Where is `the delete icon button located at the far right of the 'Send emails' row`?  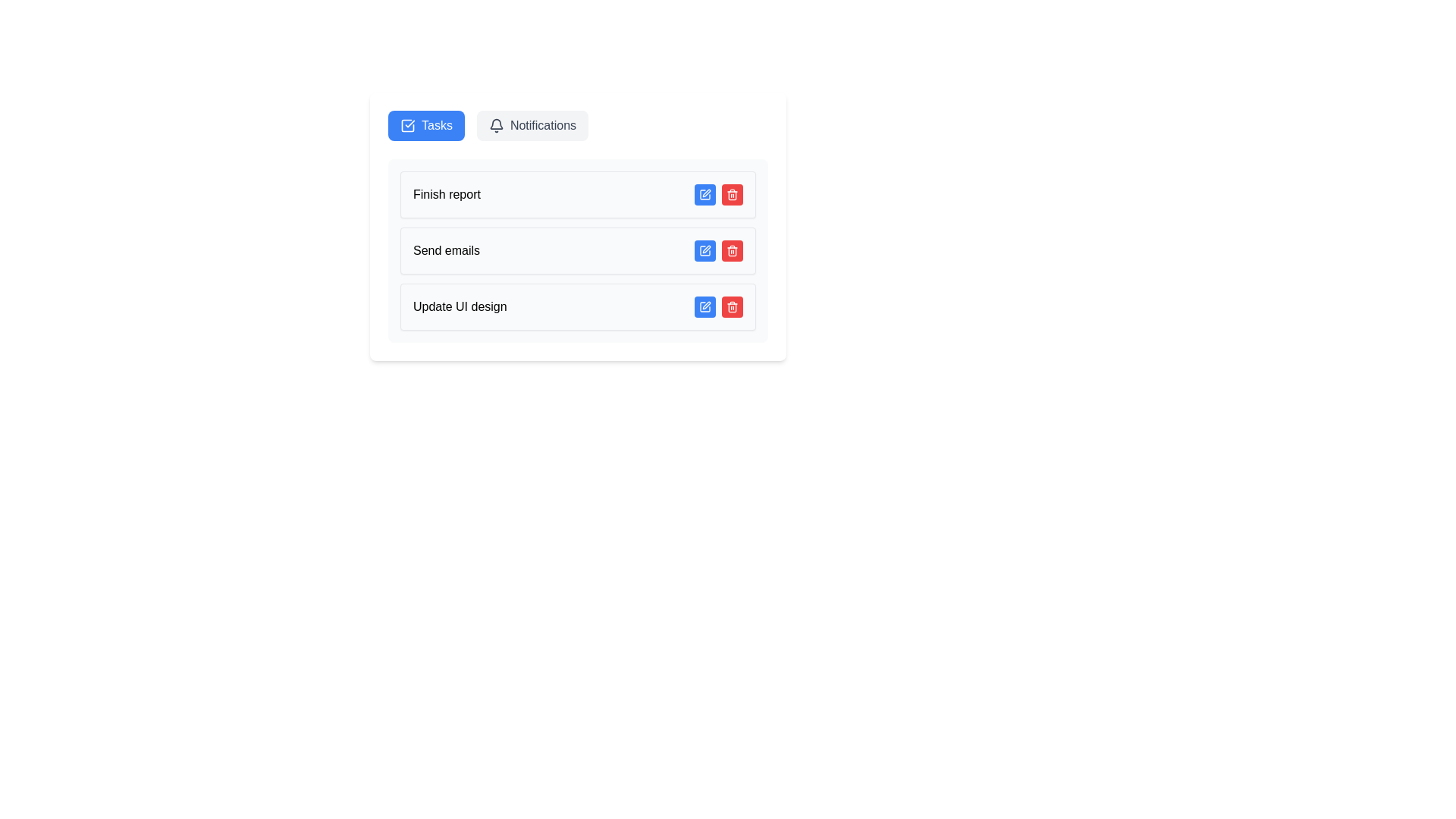 the delete icon button located at the far right of the 'Send emails' row is located at coordinates (732, 250).